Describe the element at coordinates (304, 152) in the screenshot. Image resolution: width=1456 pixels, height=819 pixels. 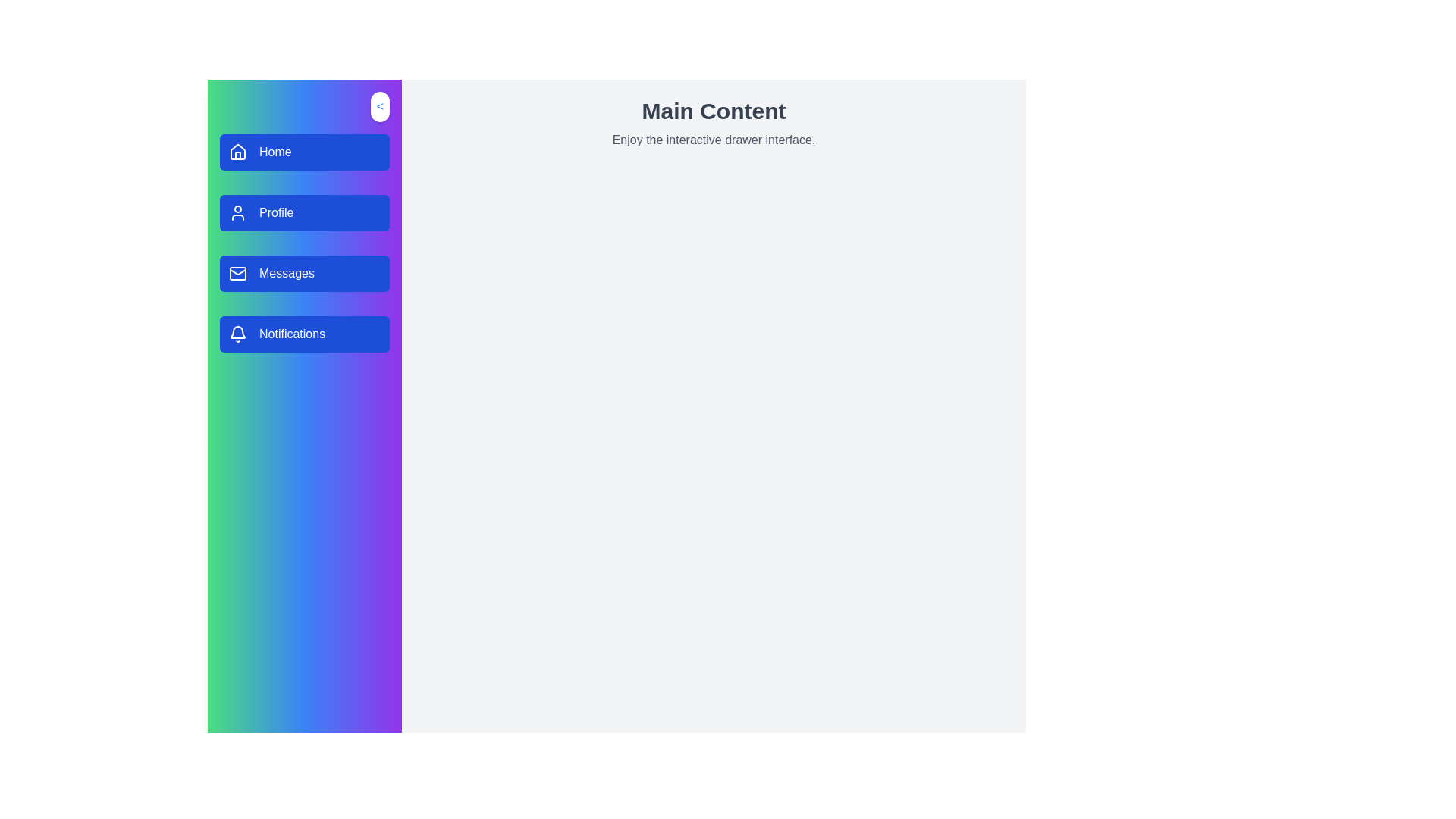
I see `the first button in the vertical list on the left sidebar` at that location.